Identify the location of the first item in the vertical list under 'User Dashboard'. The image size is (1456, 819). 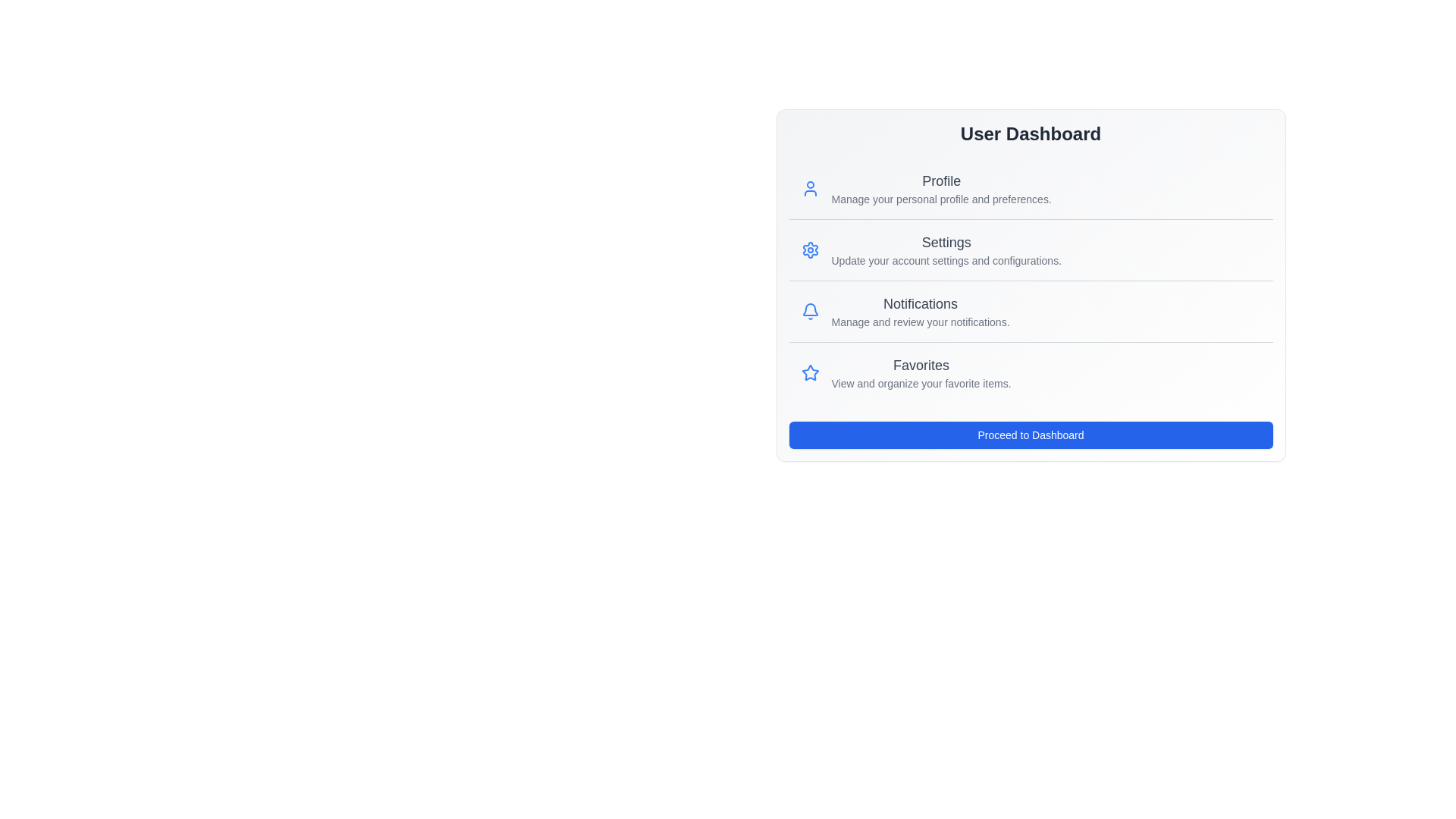
(1031, 188).